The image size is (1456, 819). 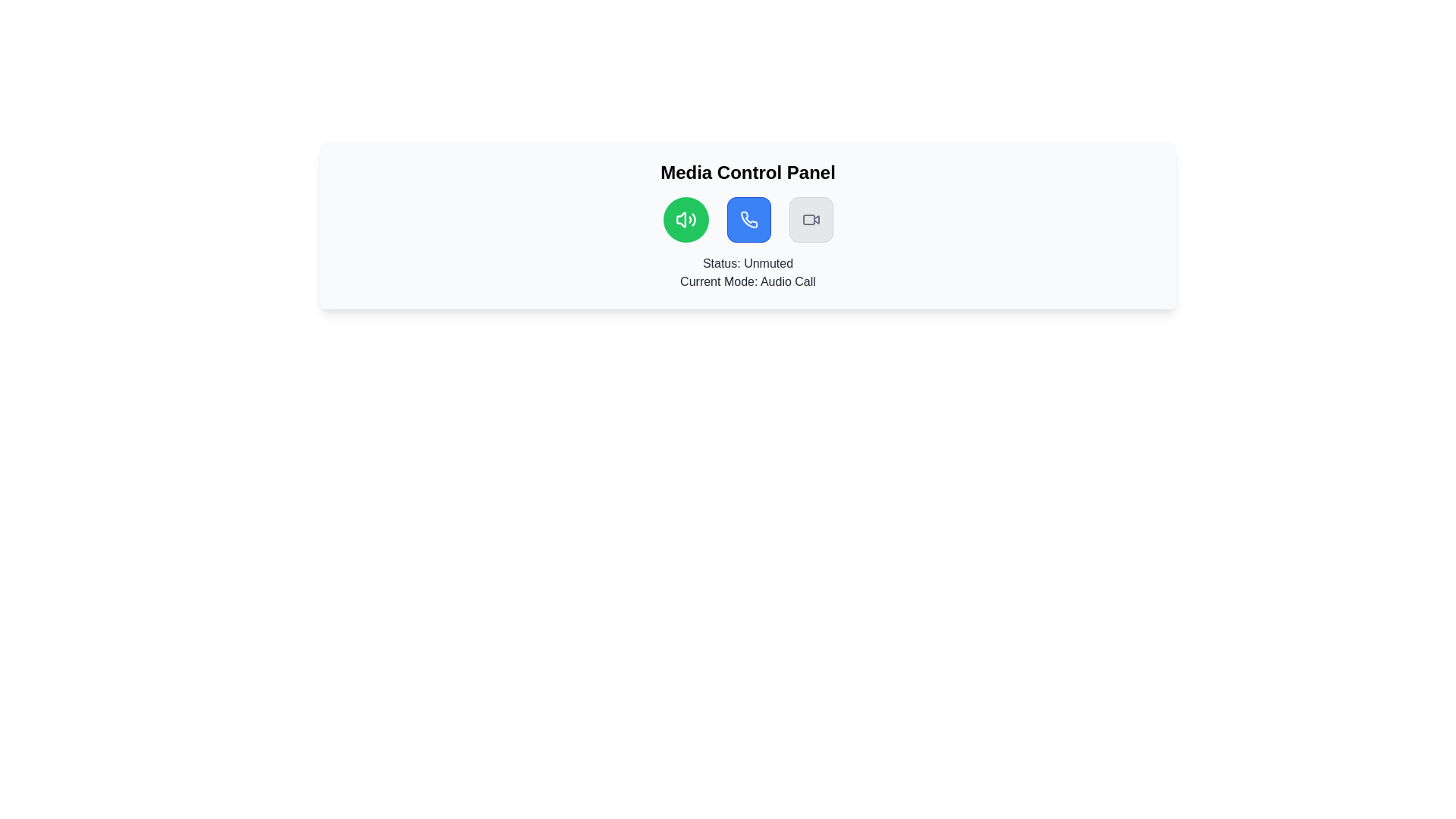 What do you see at coordinates (748, 219) in the screenshot?
I see `the phone icon which is styled with a transparent fill and dark stroke, located within a blue button with rounded corners and white text, positioned between a green speaker button and a gray video camera button` at bounding box center [748, 219].